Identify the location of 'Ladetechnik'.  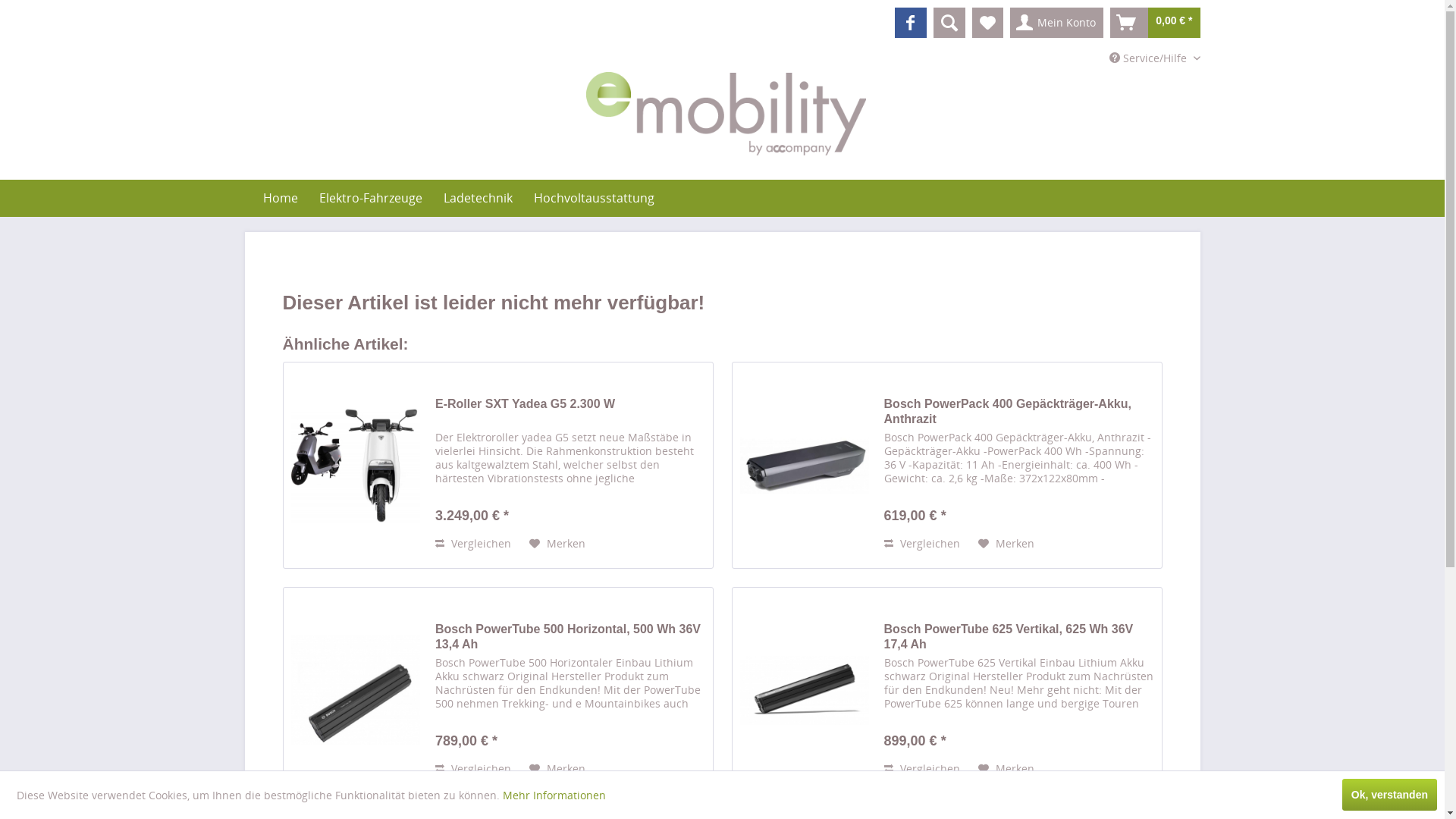
(476, 197).